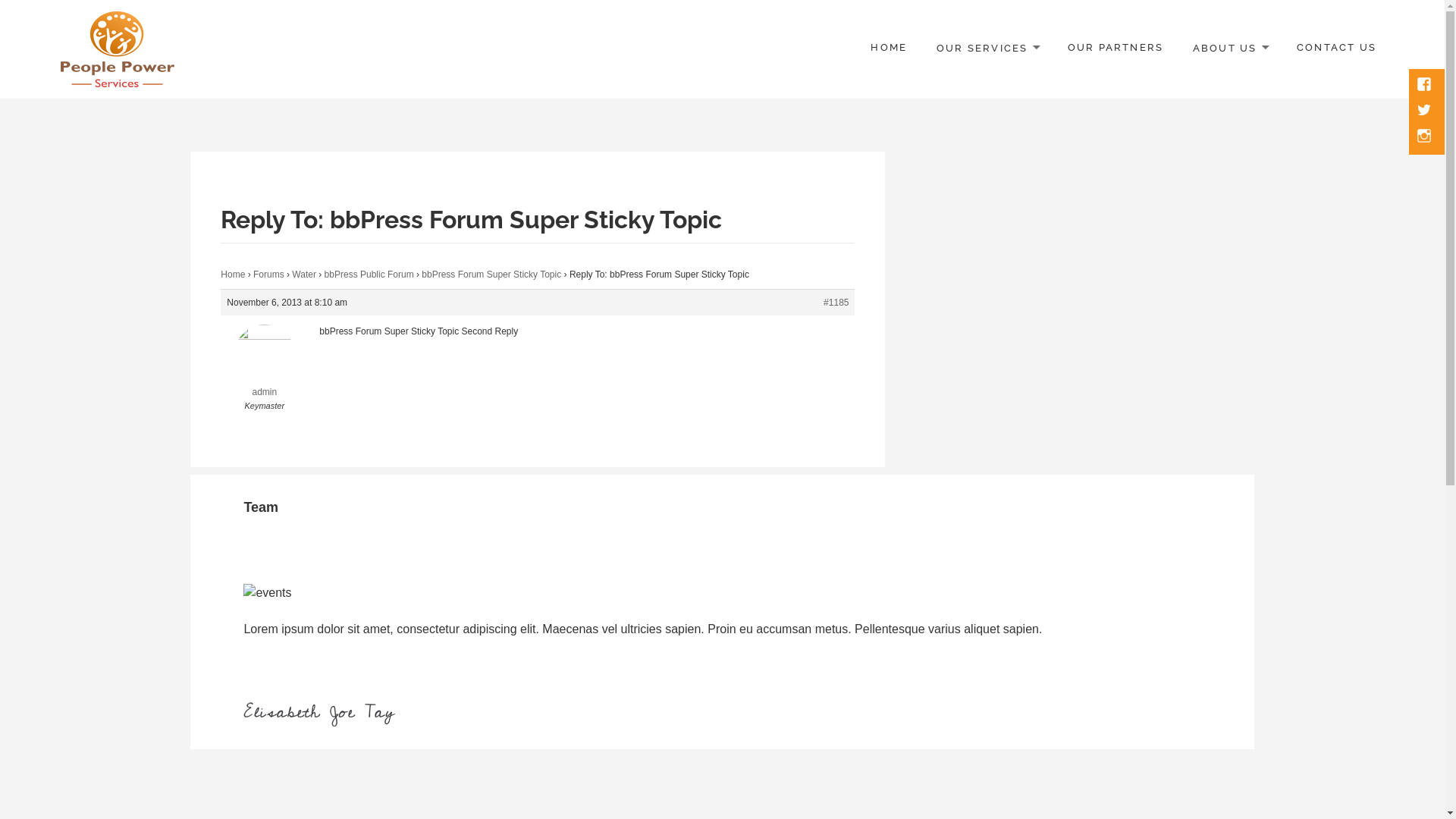  Describe the element at coordinates (1425, 85) in the screenshot. I see `'Facebook'` at that location.